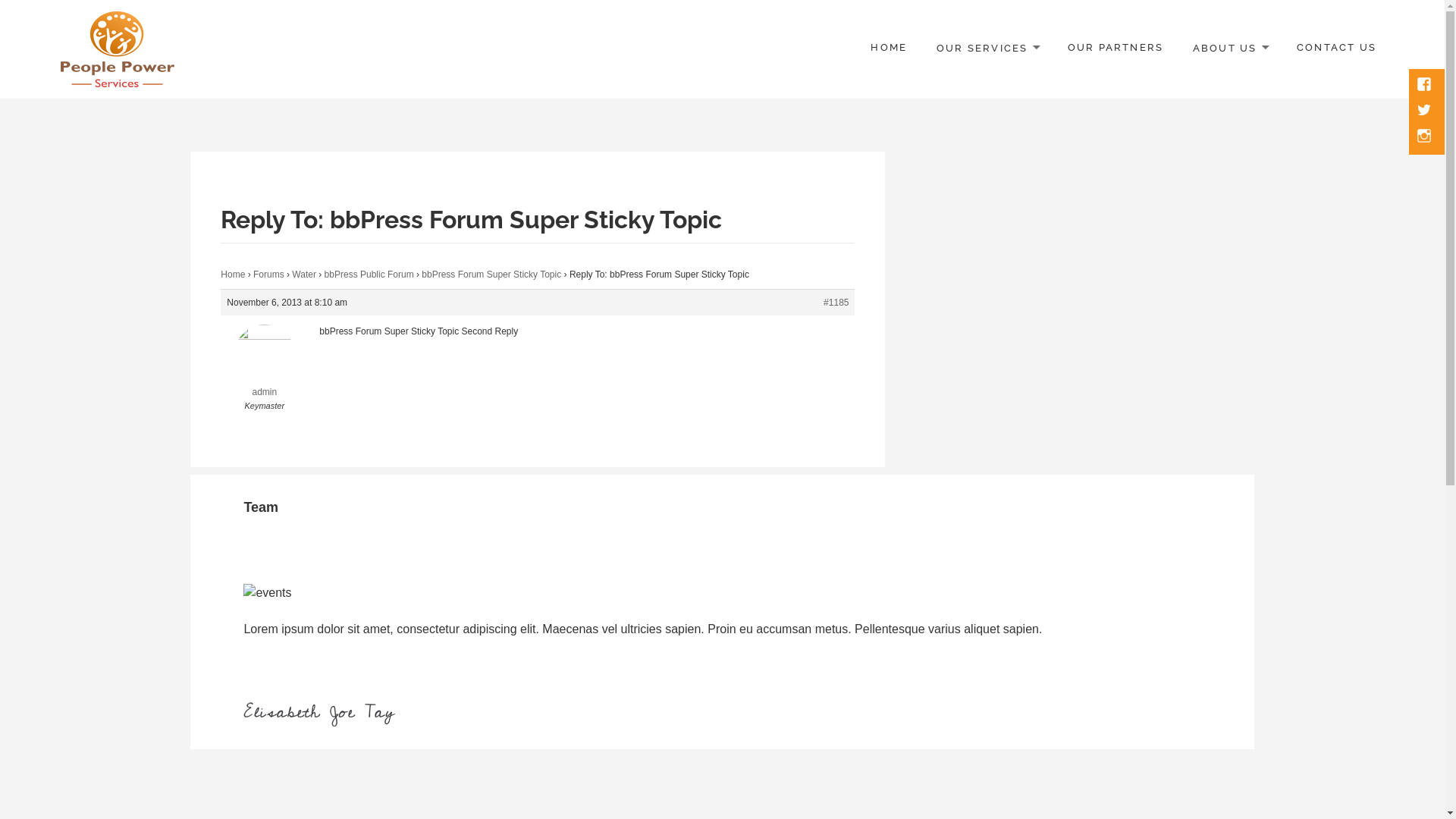  Describe the element at coordinates (1425, 85) in the screenshot. I see `'Facebook'` at that location.